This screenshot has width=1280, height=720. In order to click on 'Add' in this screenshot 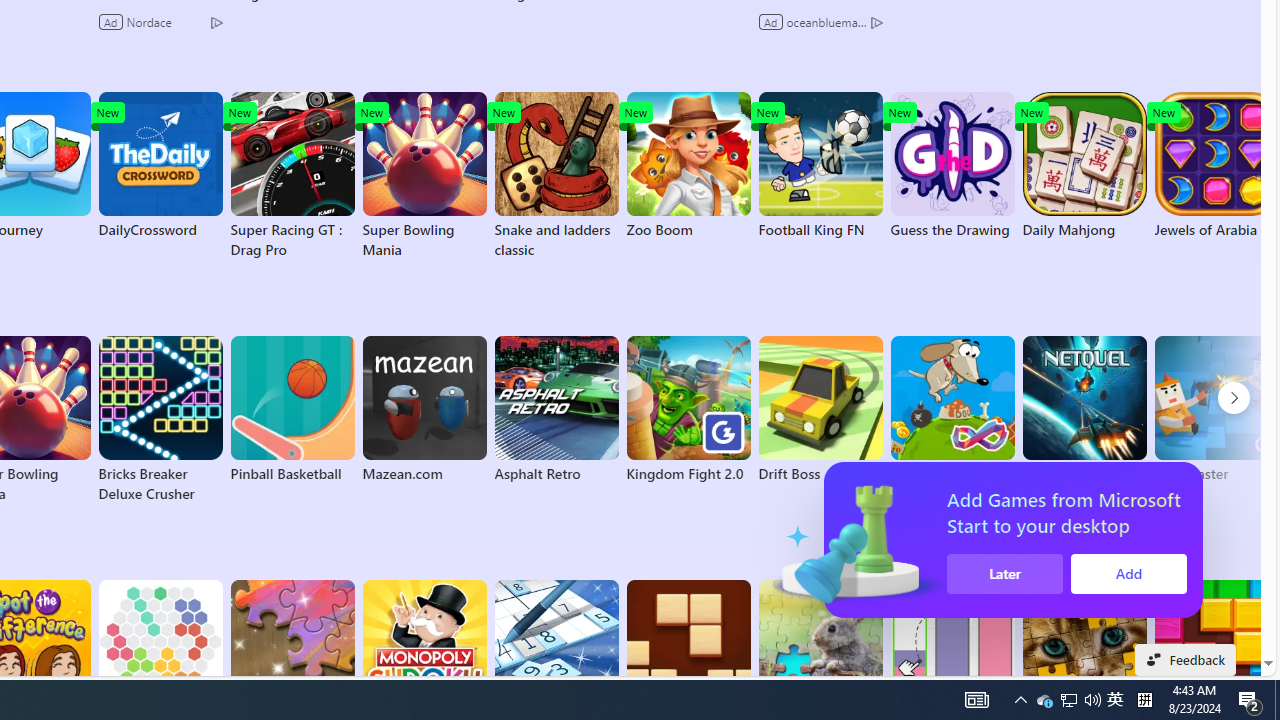, I will do `click(1136, 573)`.